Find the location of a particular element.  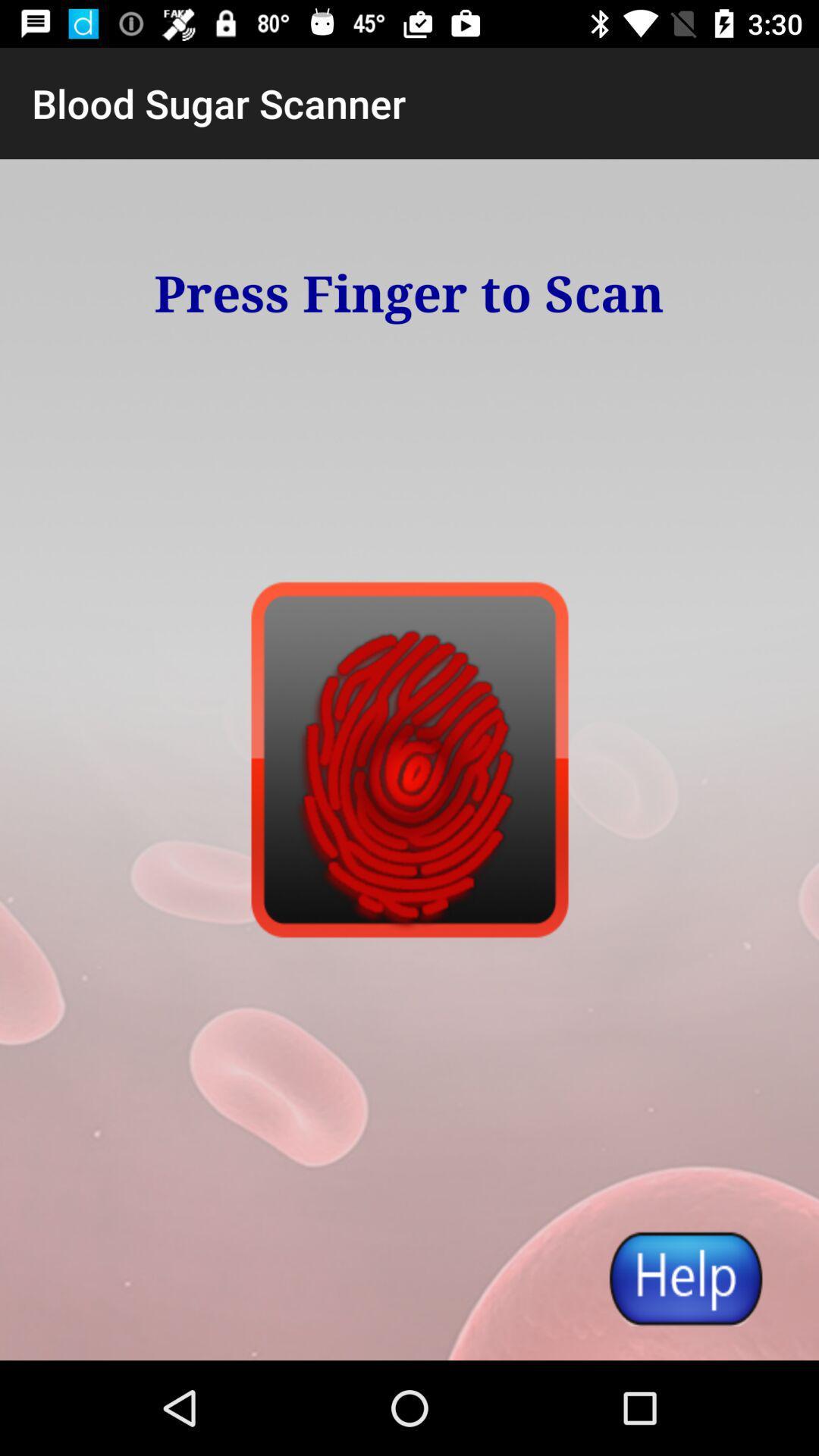

the icon below press finger to app is located at coordinates (685, 1277).